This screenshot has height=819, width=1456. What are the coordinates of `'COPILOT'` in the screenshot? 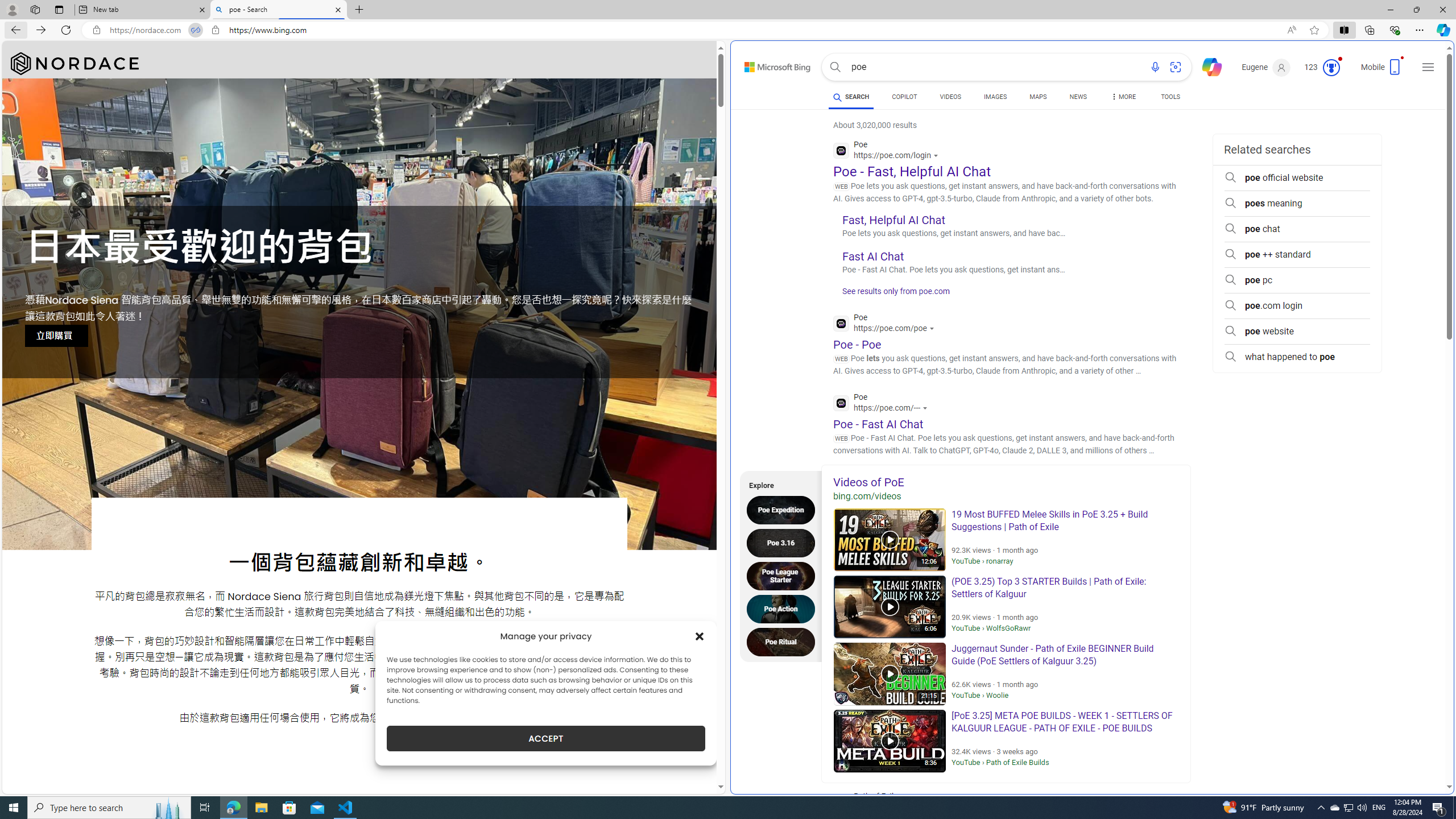 It's located at (904, 96).